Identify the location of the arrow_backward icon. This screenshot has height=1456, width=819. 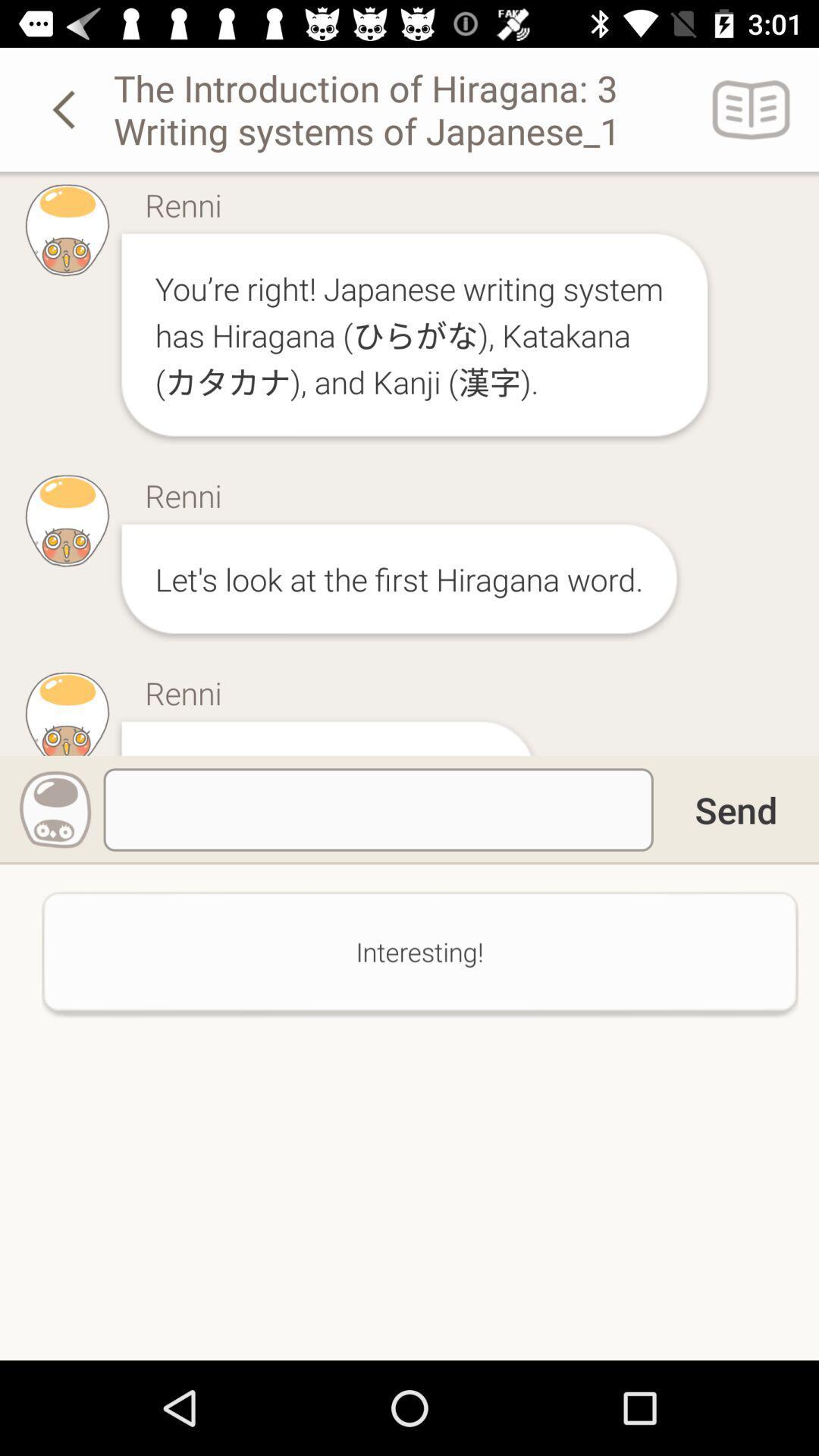
(66, 108).